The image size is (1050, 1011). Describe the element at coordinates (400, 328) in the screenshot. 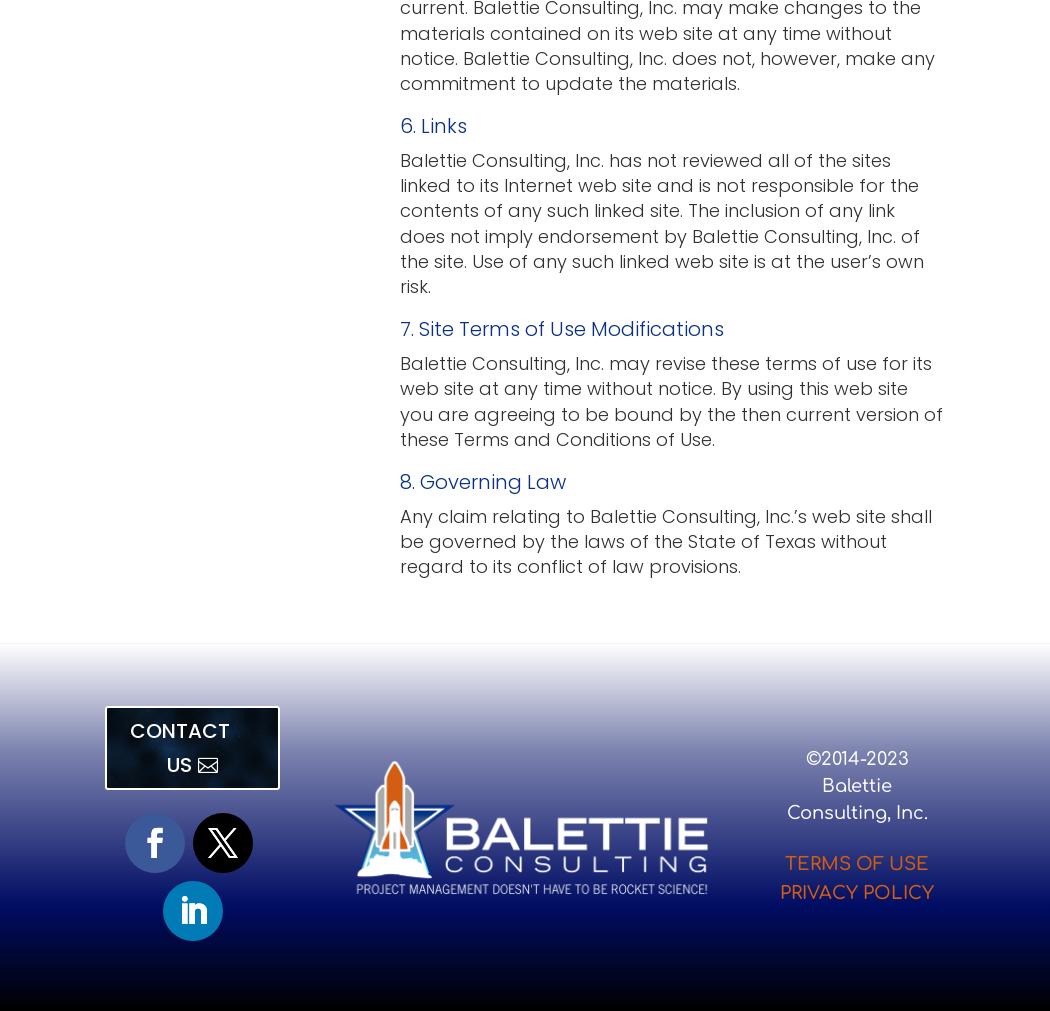

I see `'7. Site Terms of Use Modifications'` at that location.